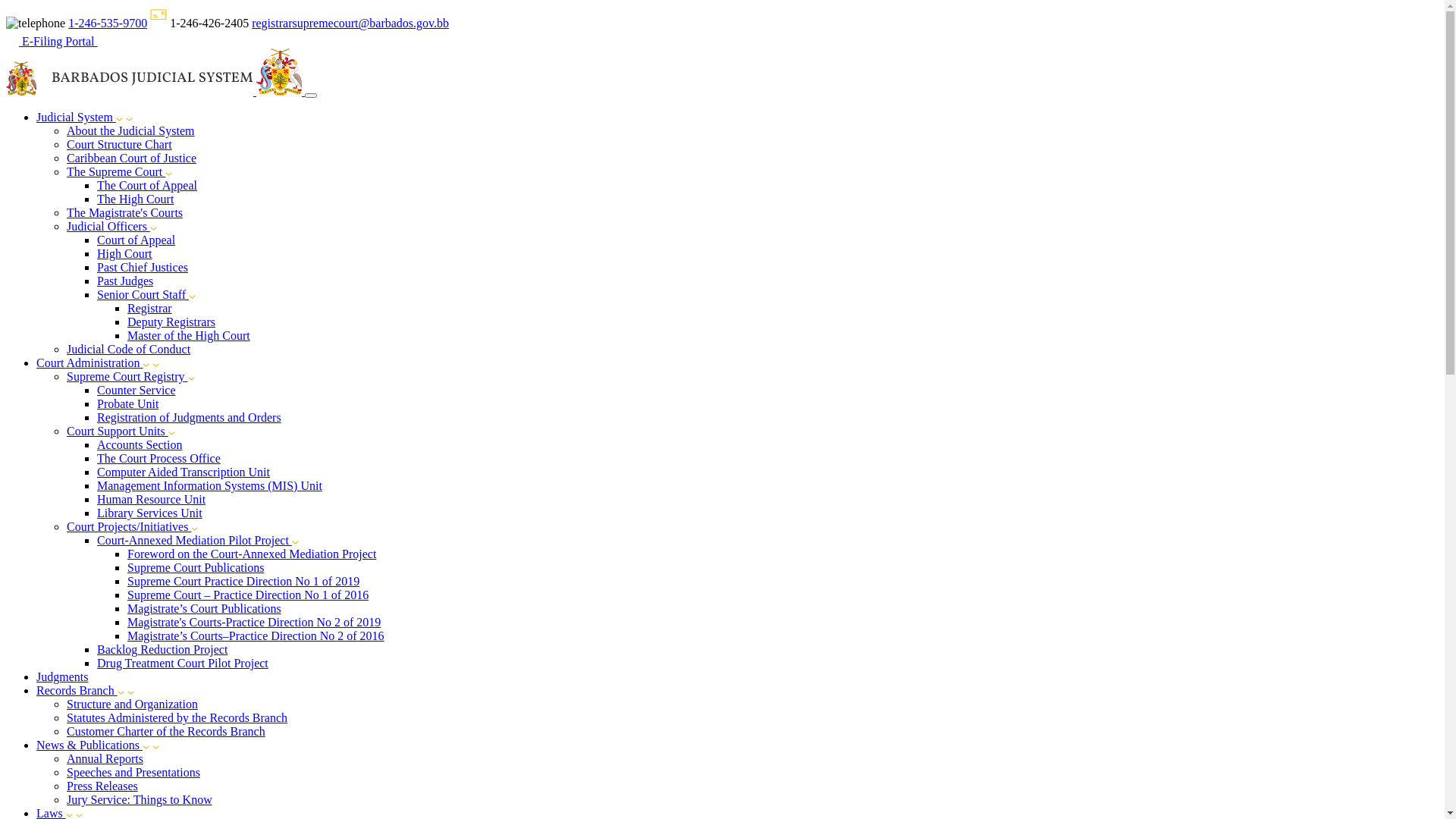  What do you see at coordinates (92, 744) in the screenshot?
I see `'News & Publications'` at bounding box center [92, 744].